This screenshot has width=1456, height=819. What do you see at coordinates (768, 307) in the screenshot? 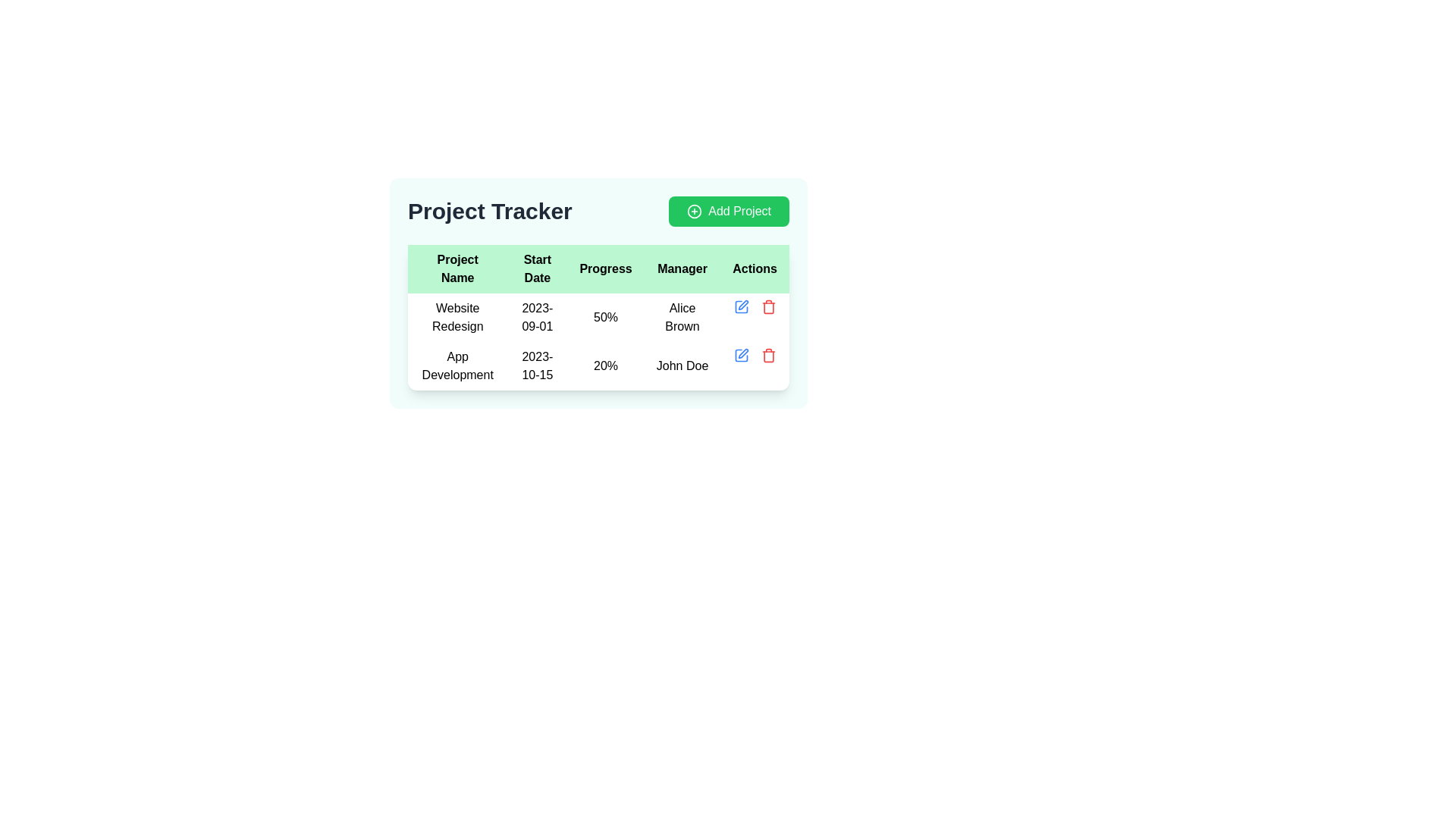
I see `the red trash can icon located at the rightmost side of the actions column in the second row of the table for the project 'App Development' to trigger a tooltip or hover effect` at bounding box center [768, 307].